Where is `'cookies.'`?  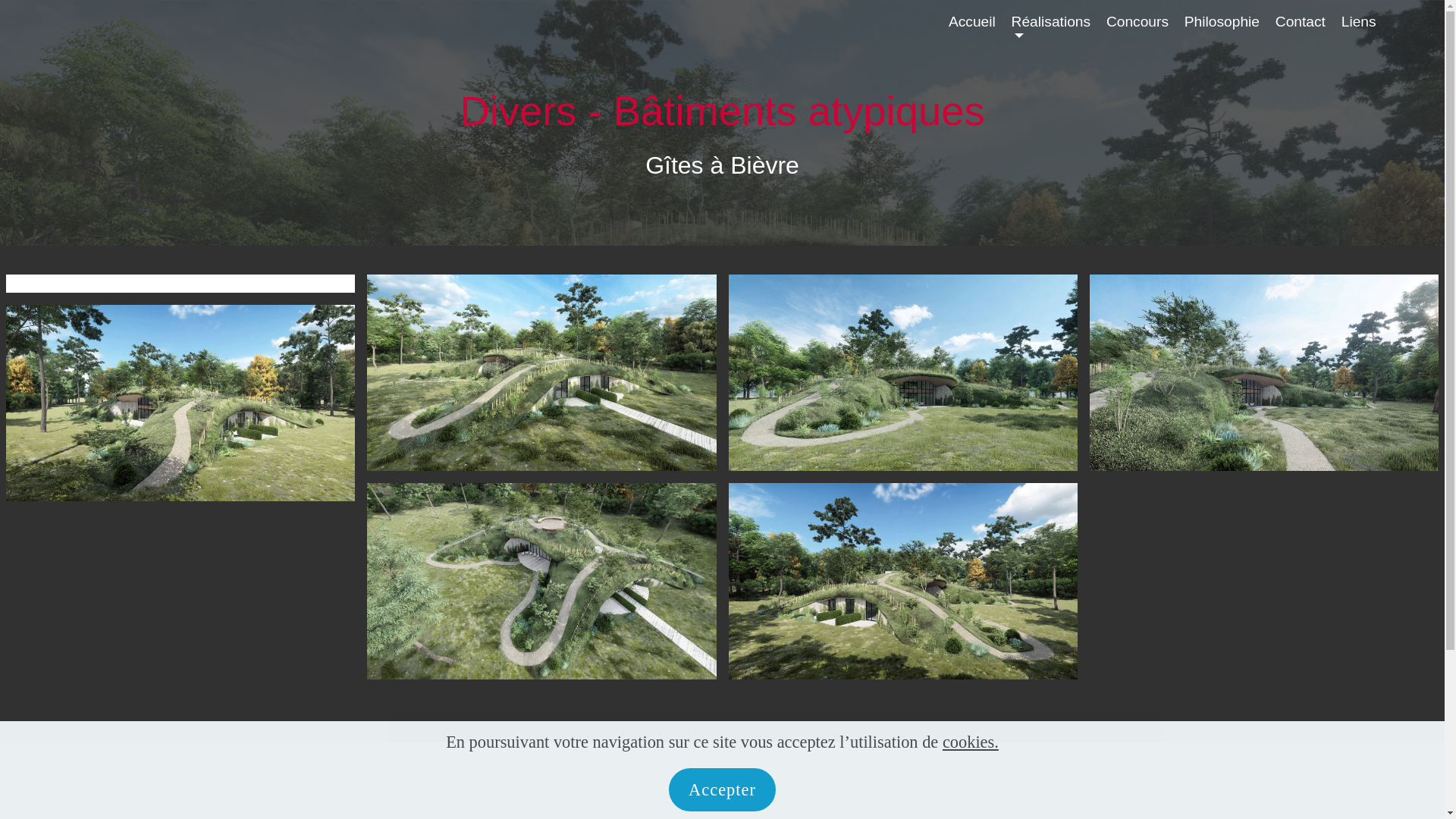
'cookies.' is located at coordinates (942, 741).